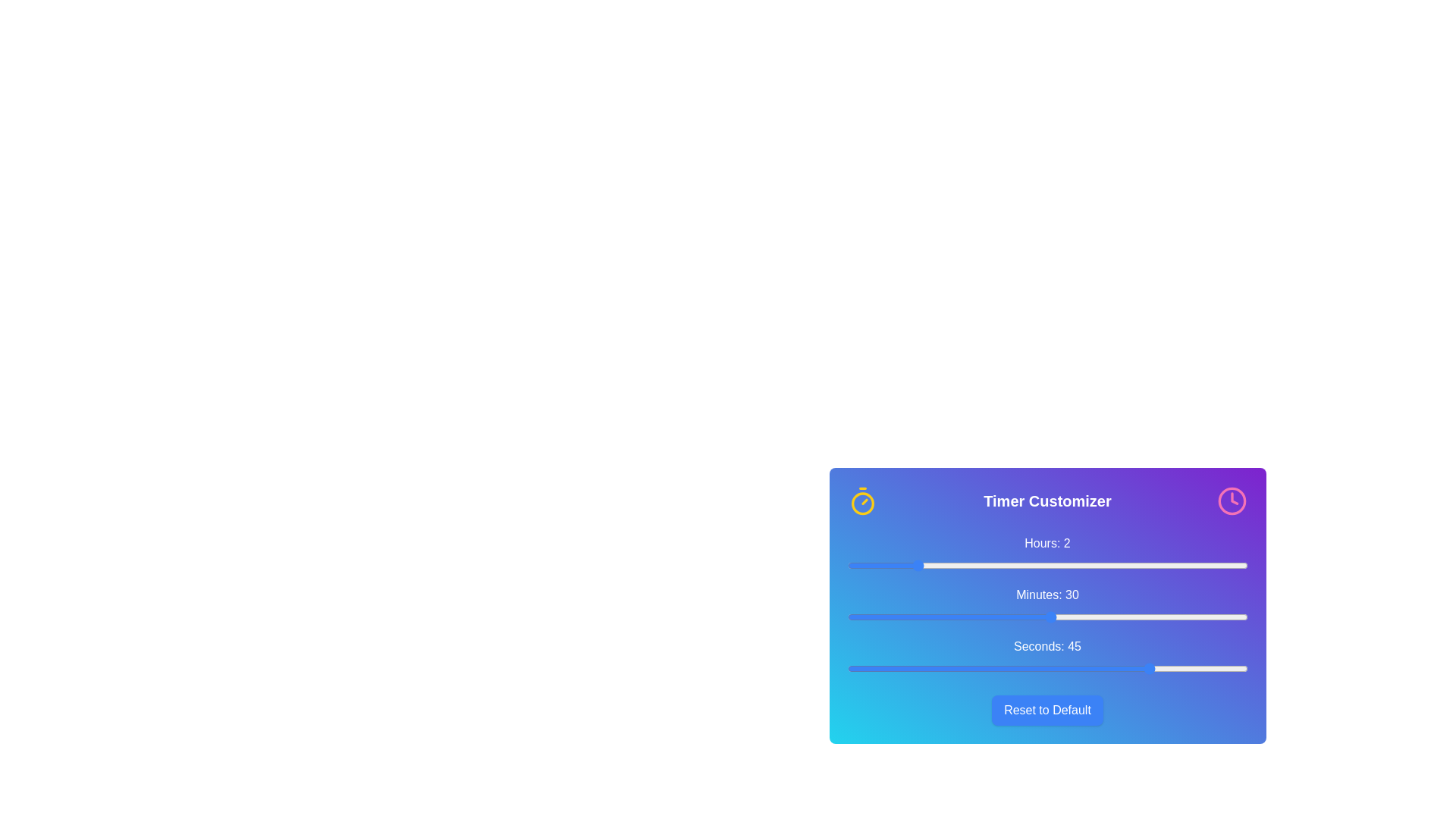 This screenshot has width=1456, height=819. Describe the element at coordinates (1166, 668) in the screenshot. I see `the 'seconds' slider to set the value to 47` at that location.